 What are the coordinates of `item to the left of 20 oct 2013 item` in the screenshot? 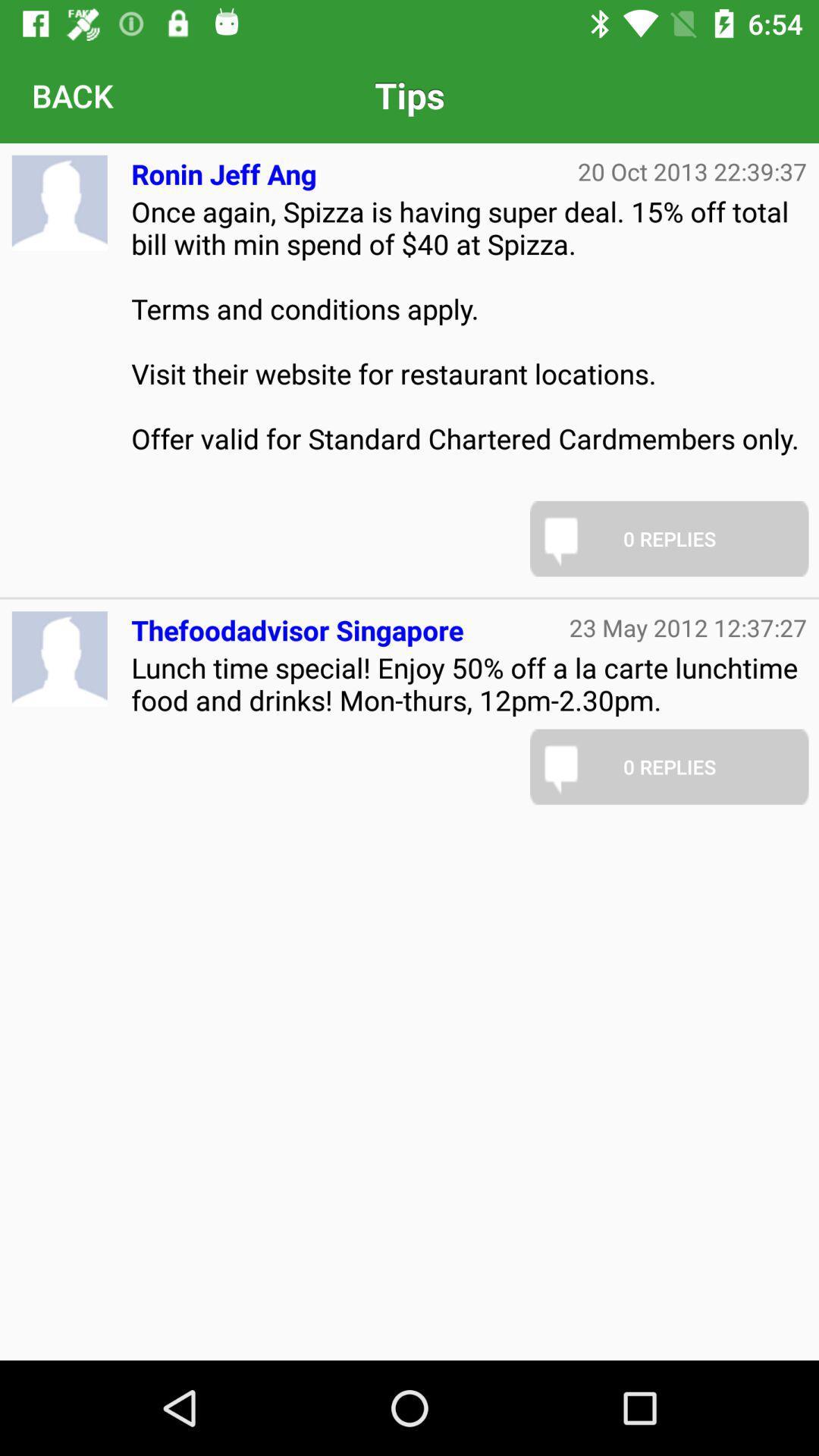 It's located at (224, 168).